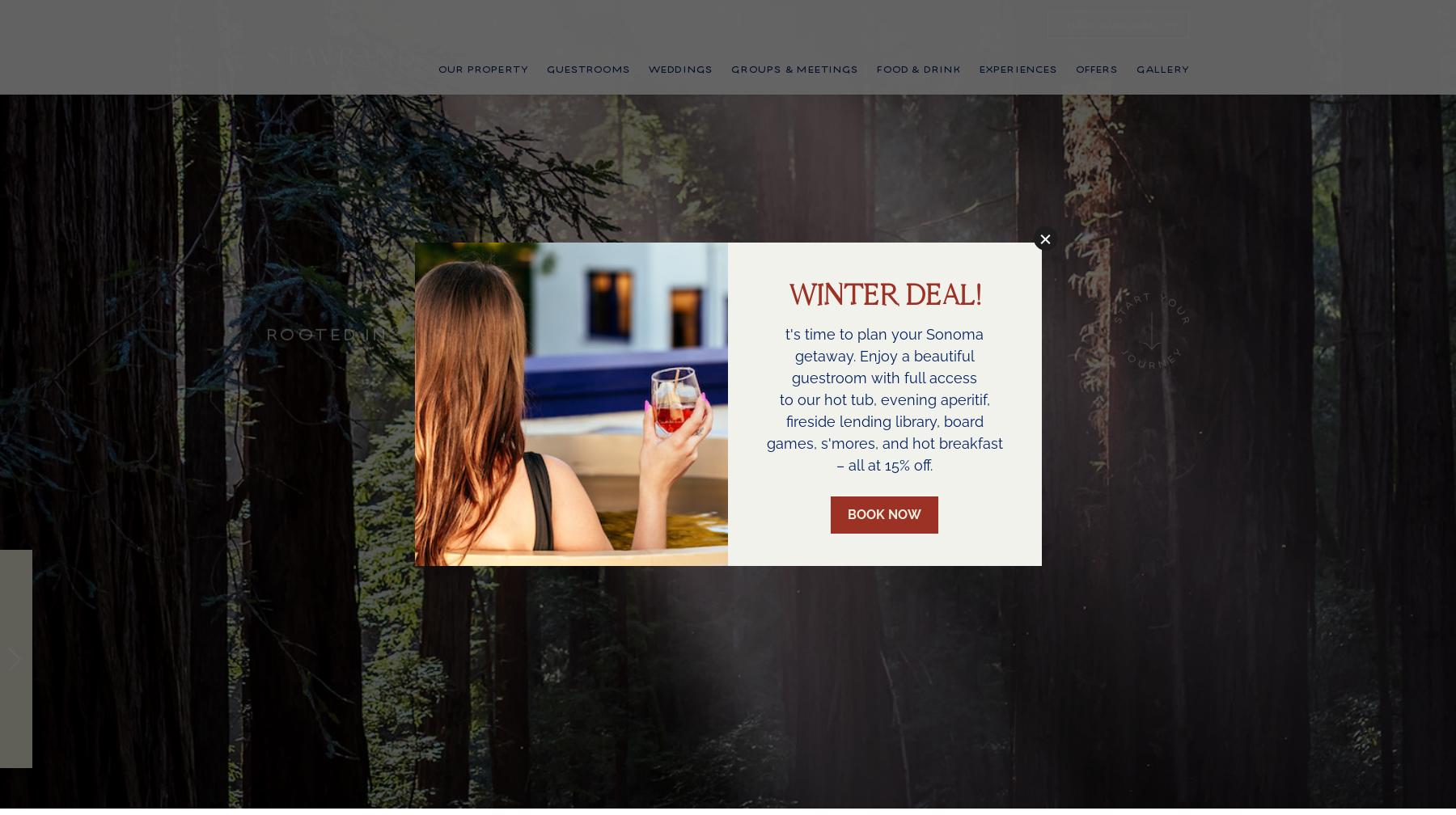 The image size is (1456, 815). I want to click on 'Groups & Meetings', so click(794, 91).